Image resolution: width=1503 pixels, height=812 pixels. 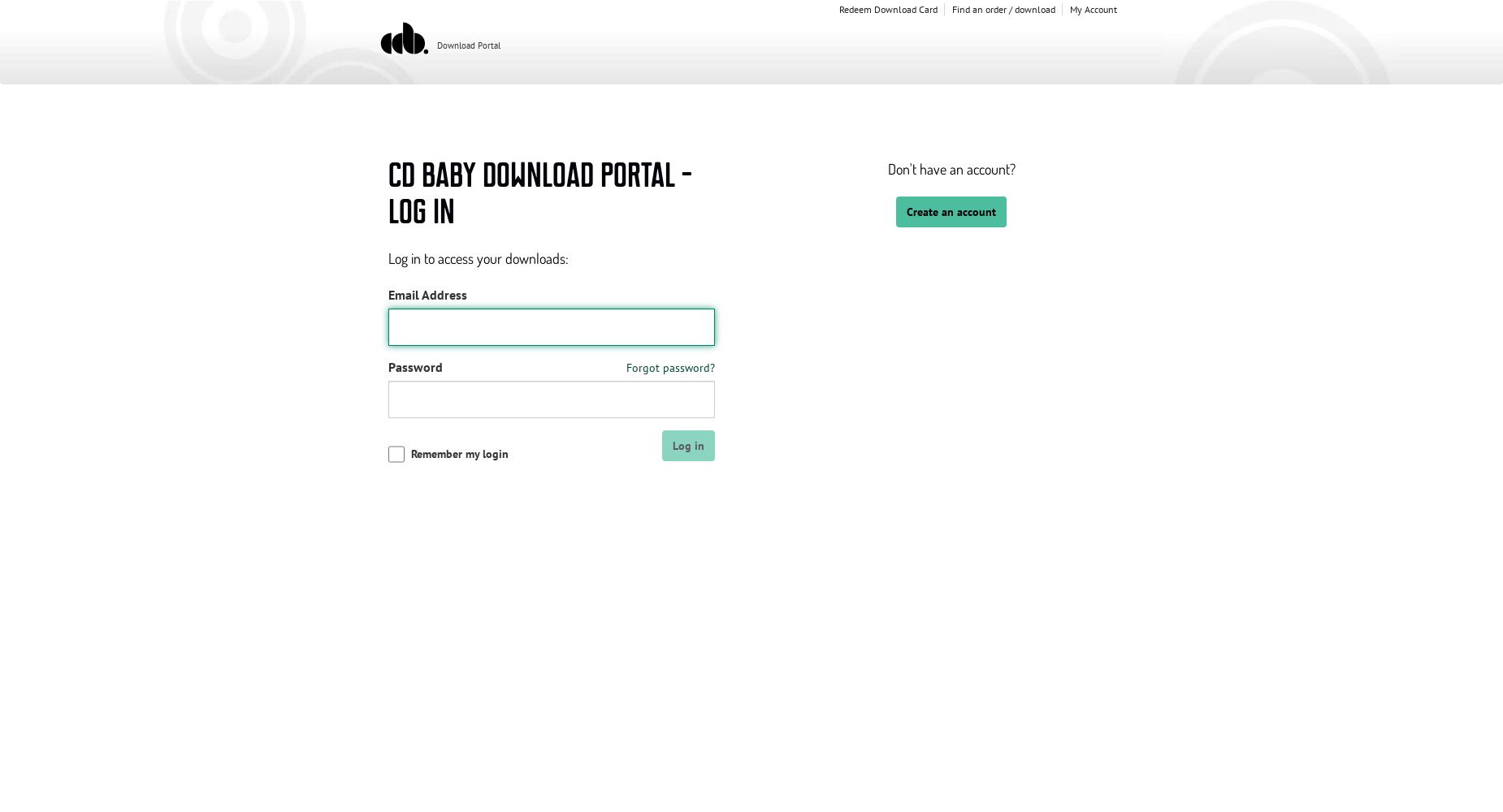 What do you see at coordinates (670, 366) in the screenshot?
I see `'Forgot password?'` at bounding box center [670, 366].